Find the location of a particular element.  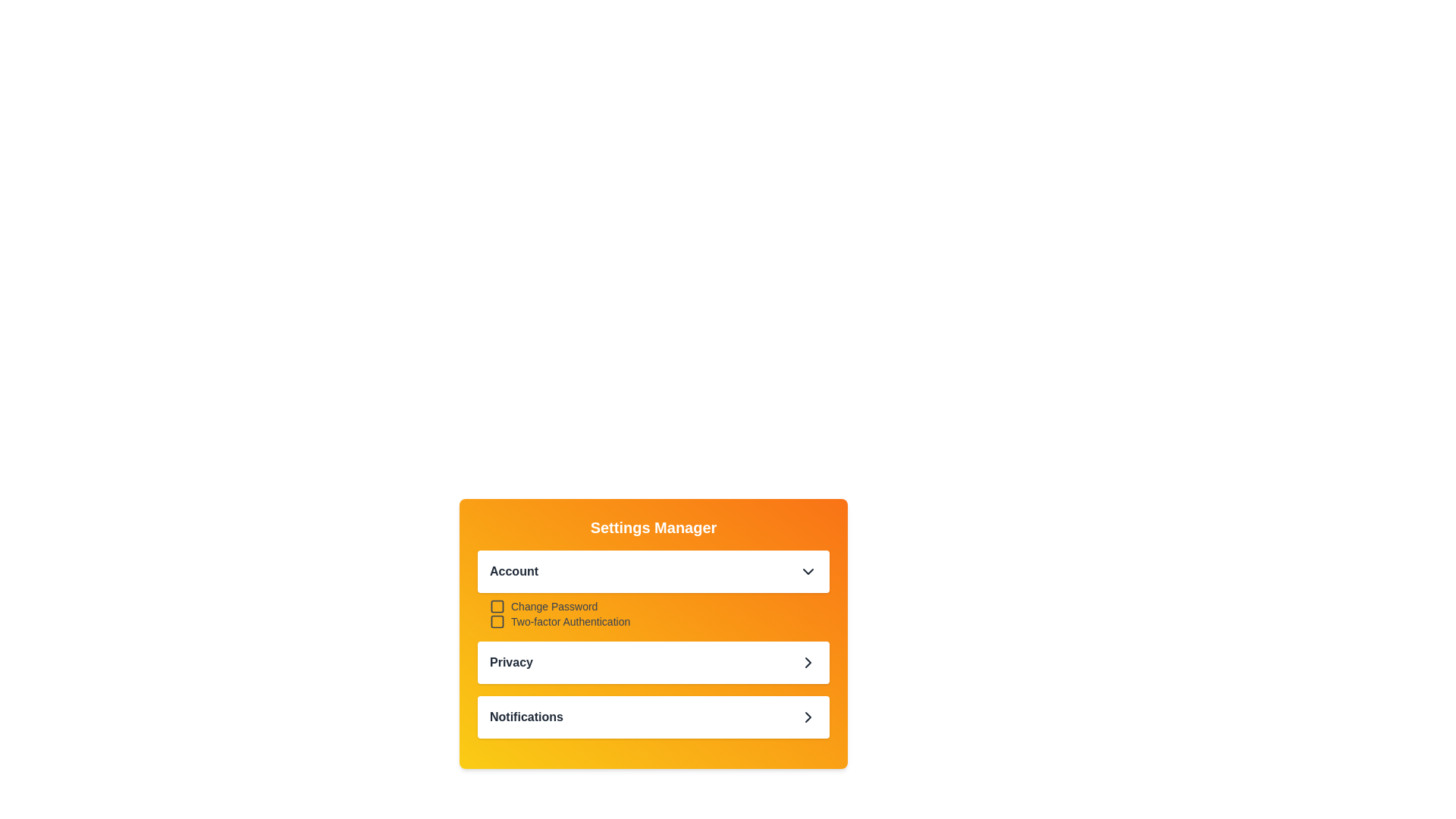

the navigation button for 'Notifications' settings located in the settings panel, positioned as the third item below 'Privacy' is located at coordinates (654, 717).